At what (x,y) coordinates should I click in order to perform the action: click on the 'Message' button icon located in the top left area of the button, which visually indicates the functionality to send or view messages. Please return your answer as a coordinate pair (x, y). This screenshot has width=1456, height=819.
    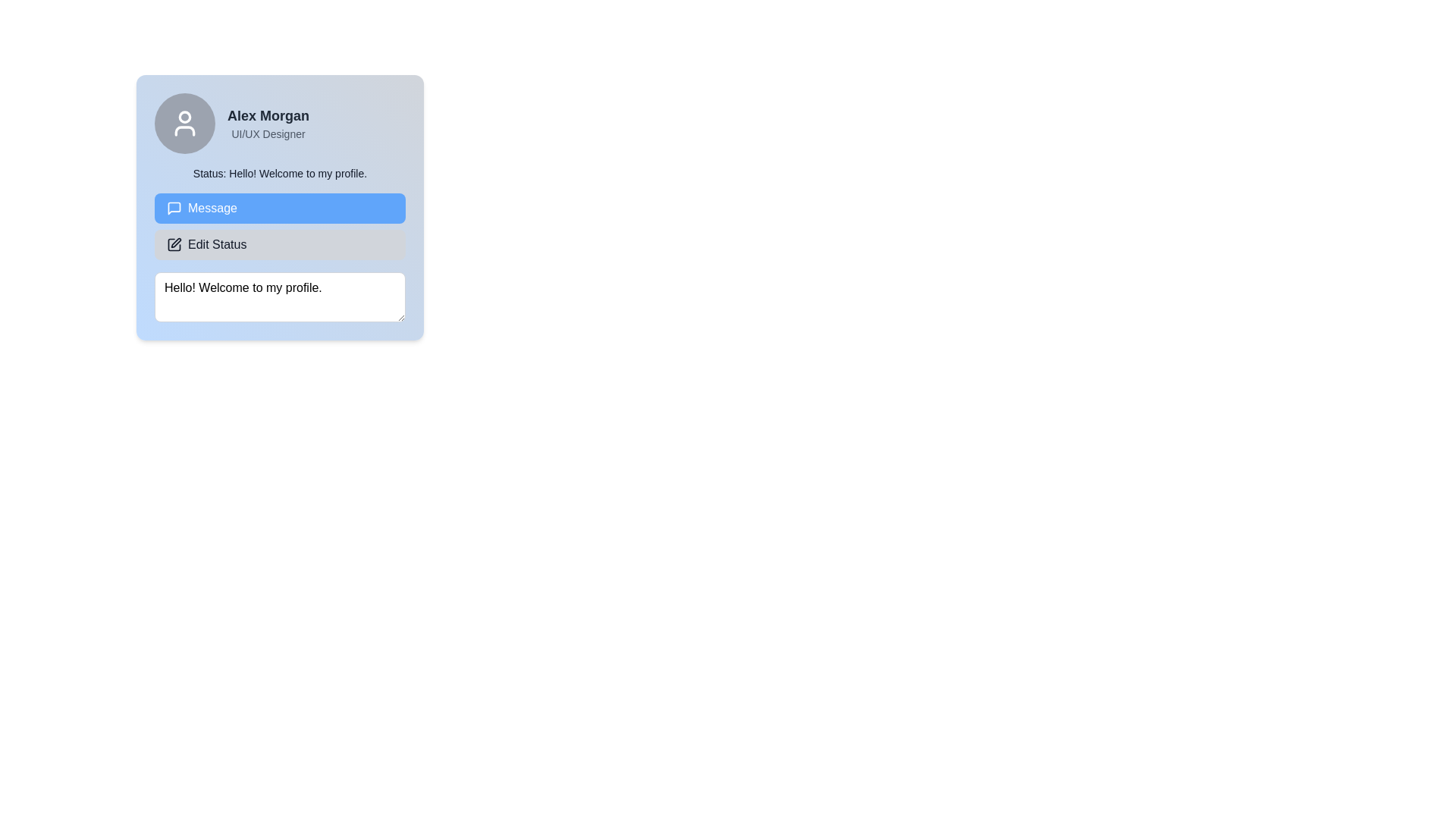
    Looking at the image, I should click on (174, 208).